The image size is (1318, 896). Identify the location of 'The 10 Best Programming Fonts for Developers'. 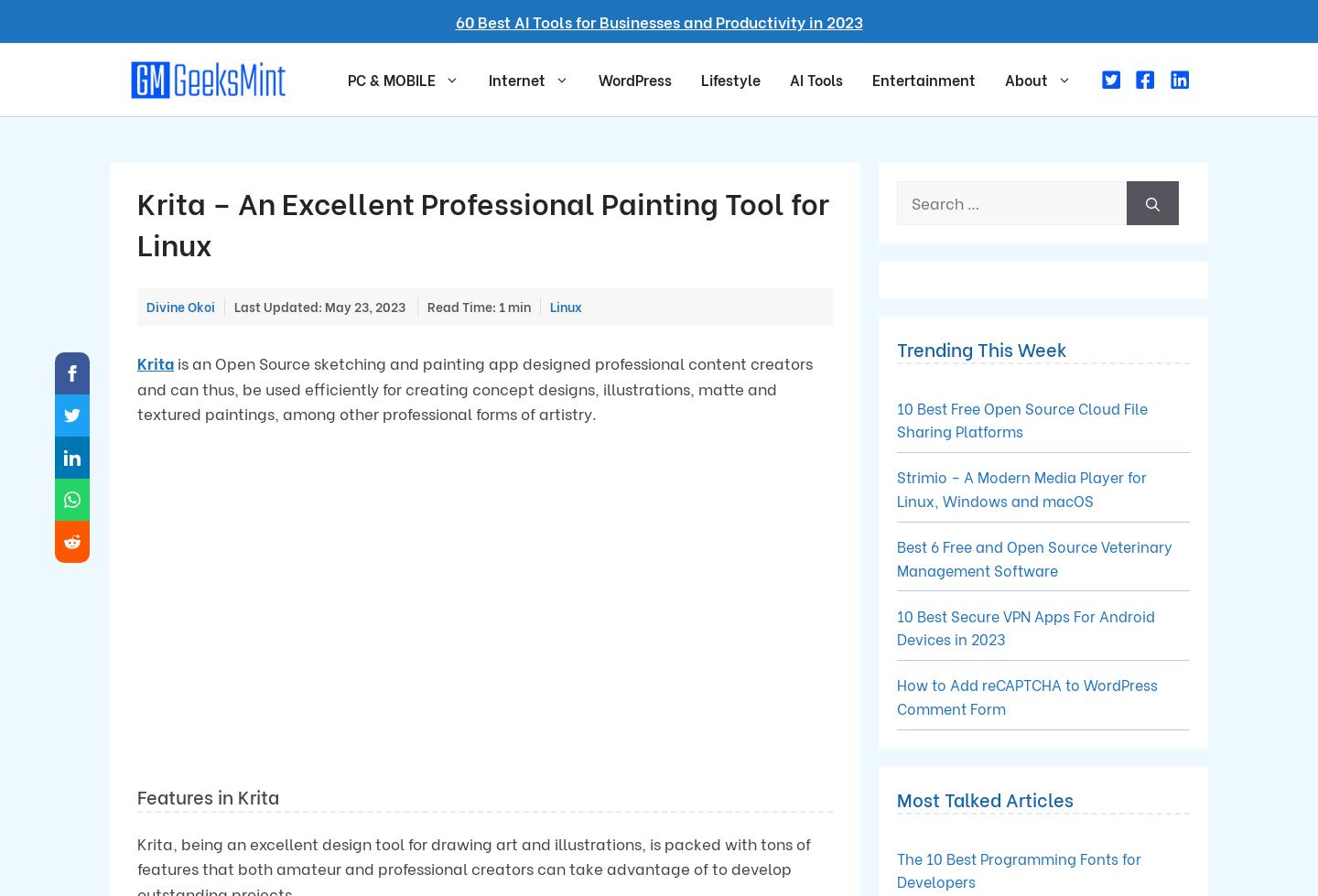
(1018, 868).